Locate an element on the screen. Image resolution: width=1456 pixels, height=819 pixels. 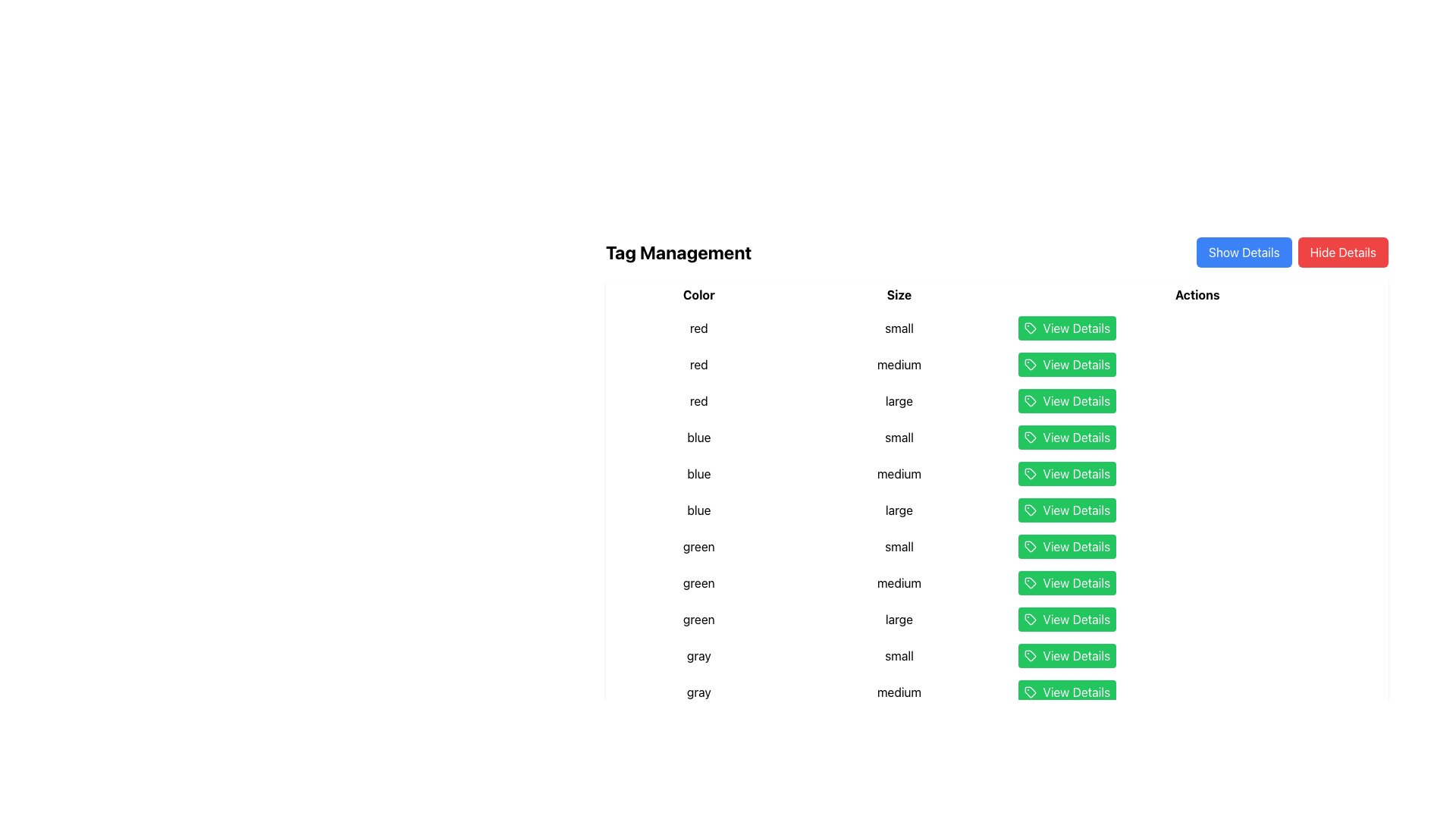
the 'View Details' icon located in the eighth row of the table under the 'Actions' column to enhance the visual indication of its purpose is located at coordinates (1031, 547).